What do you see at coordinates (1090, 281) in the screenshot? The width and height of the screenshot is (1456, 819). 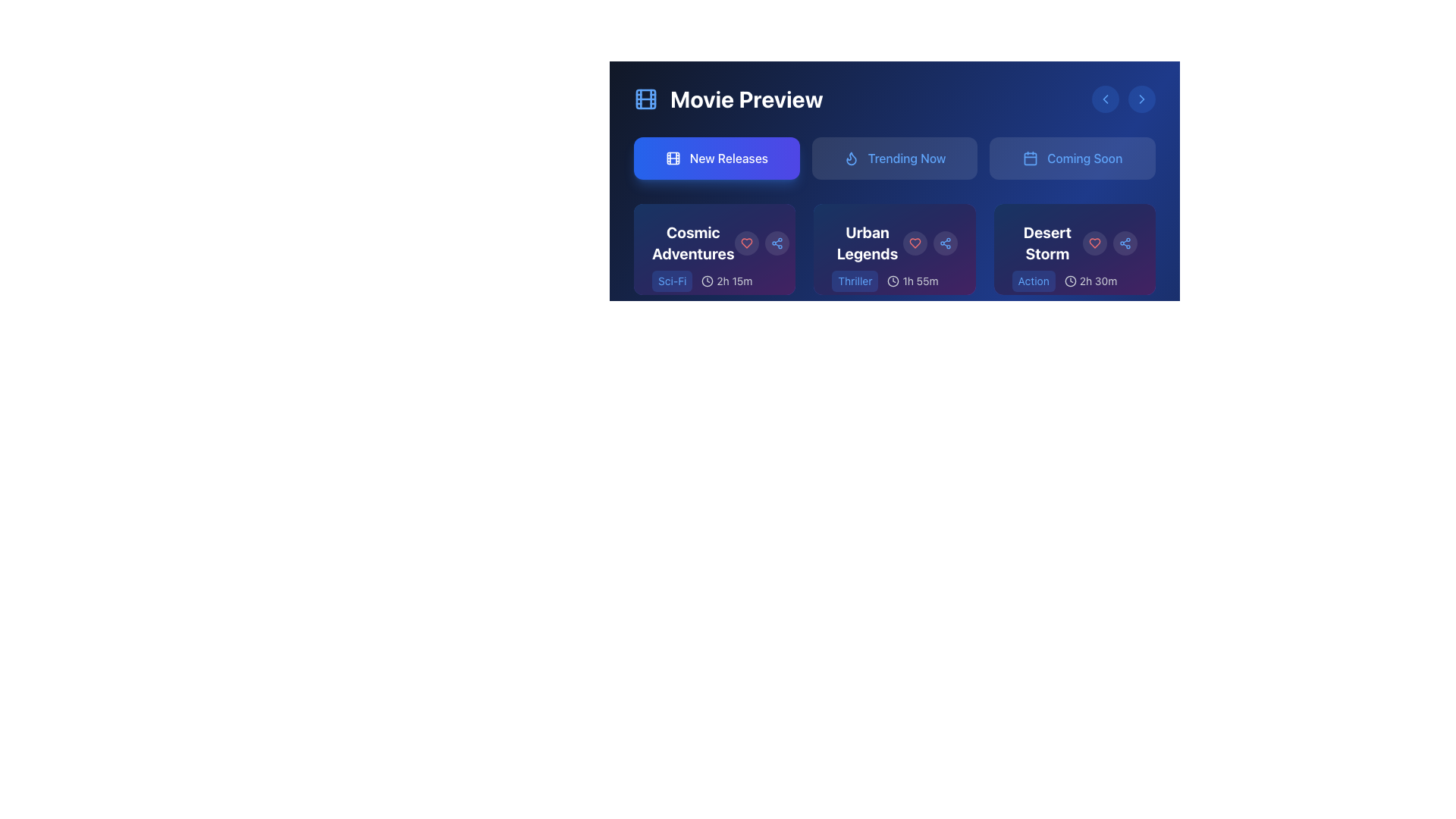 I see `displayed information from the text label with an icon located centrally within the card for 'Desert Storm', near the bottom edge, following the 'Action' label` at bounding box center [1090, 281].